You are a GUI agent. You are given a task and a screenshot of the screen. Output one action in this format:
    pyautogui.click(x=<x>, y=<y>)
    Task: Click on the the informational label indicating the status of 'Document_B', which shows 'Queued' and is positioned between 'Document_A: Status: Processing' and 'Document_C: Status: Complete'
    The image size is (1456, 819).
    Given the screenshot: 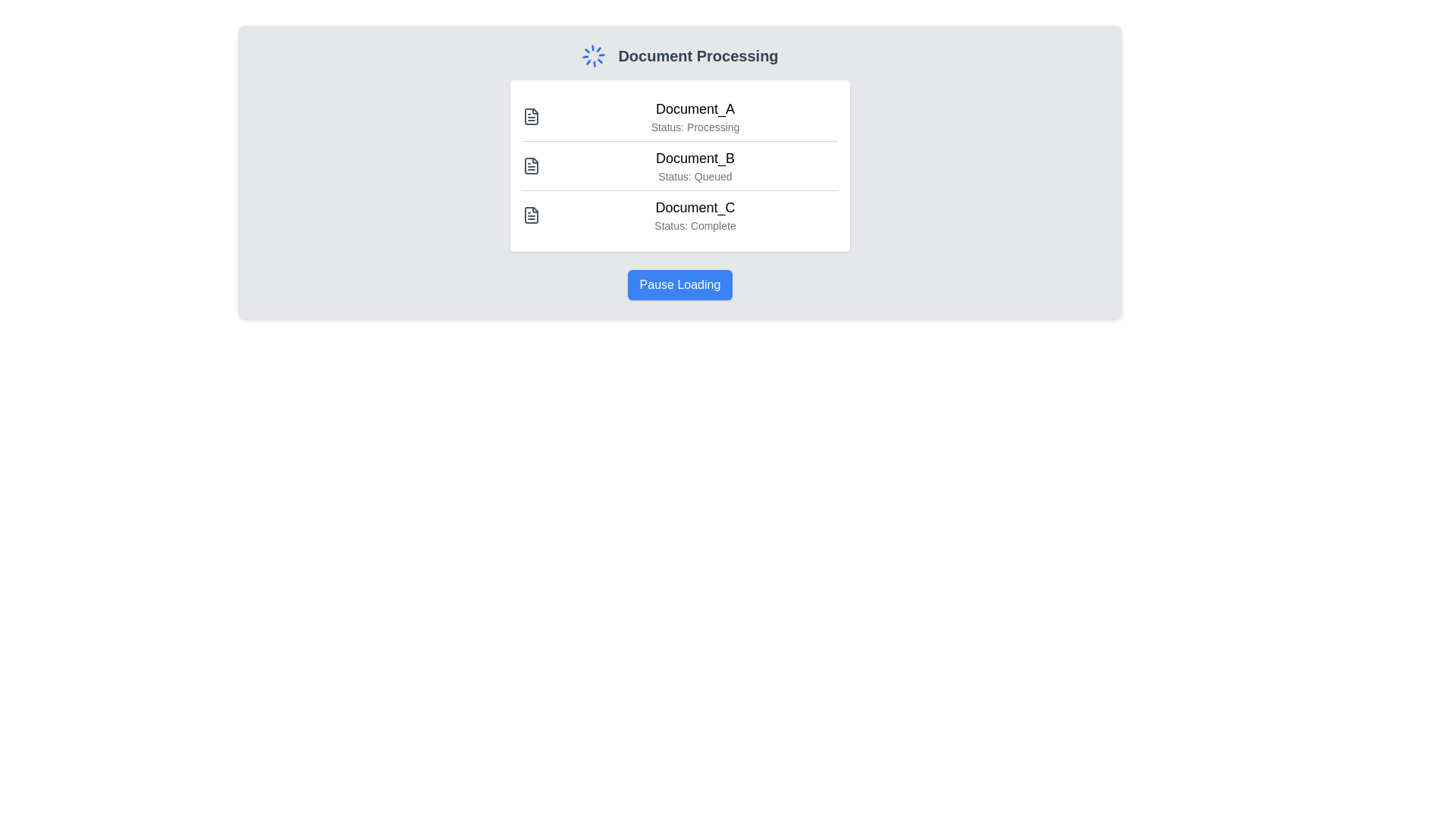 What is the action you would take?
    pyautogui.click(x=679, y=165)
    